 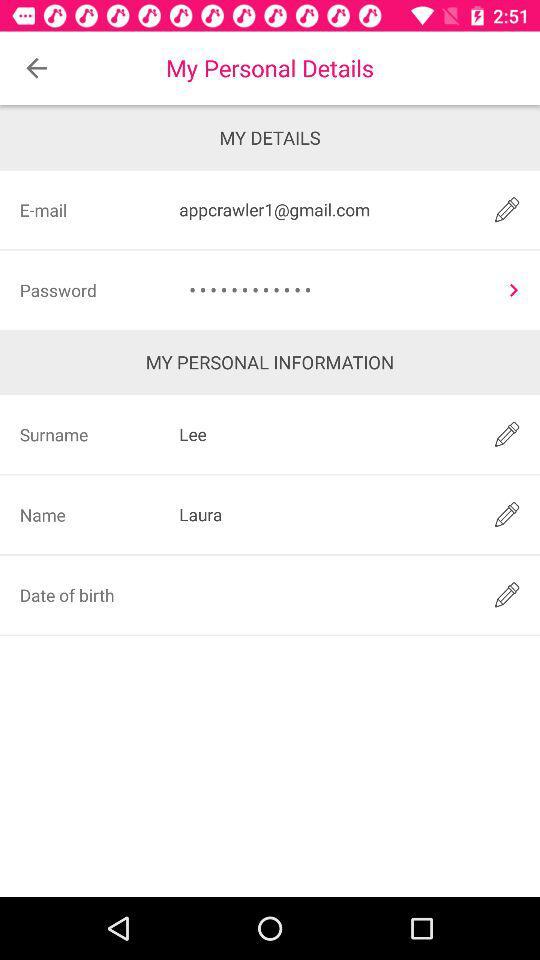 What do you see at coordinates (323, 434) in the screenshot?
I see `icon next to surname` at bounding box center [323, 434].